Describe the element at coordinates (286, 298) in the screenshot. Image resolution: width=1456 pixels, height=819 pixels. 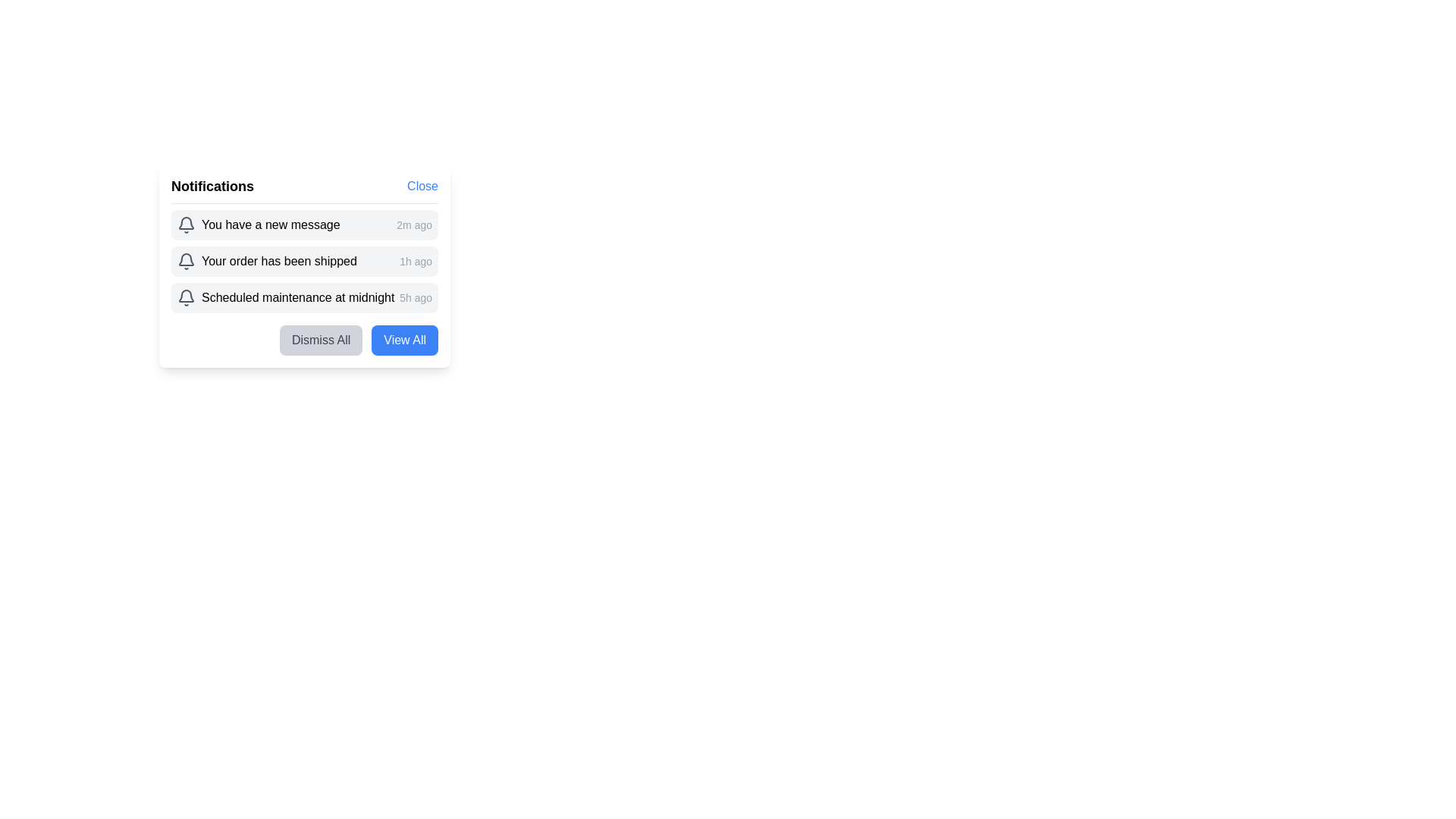
I see `notification text 'Scheduled maintenance at midnight' located in the Notifications panel, which is the third notification in the list` at that location.